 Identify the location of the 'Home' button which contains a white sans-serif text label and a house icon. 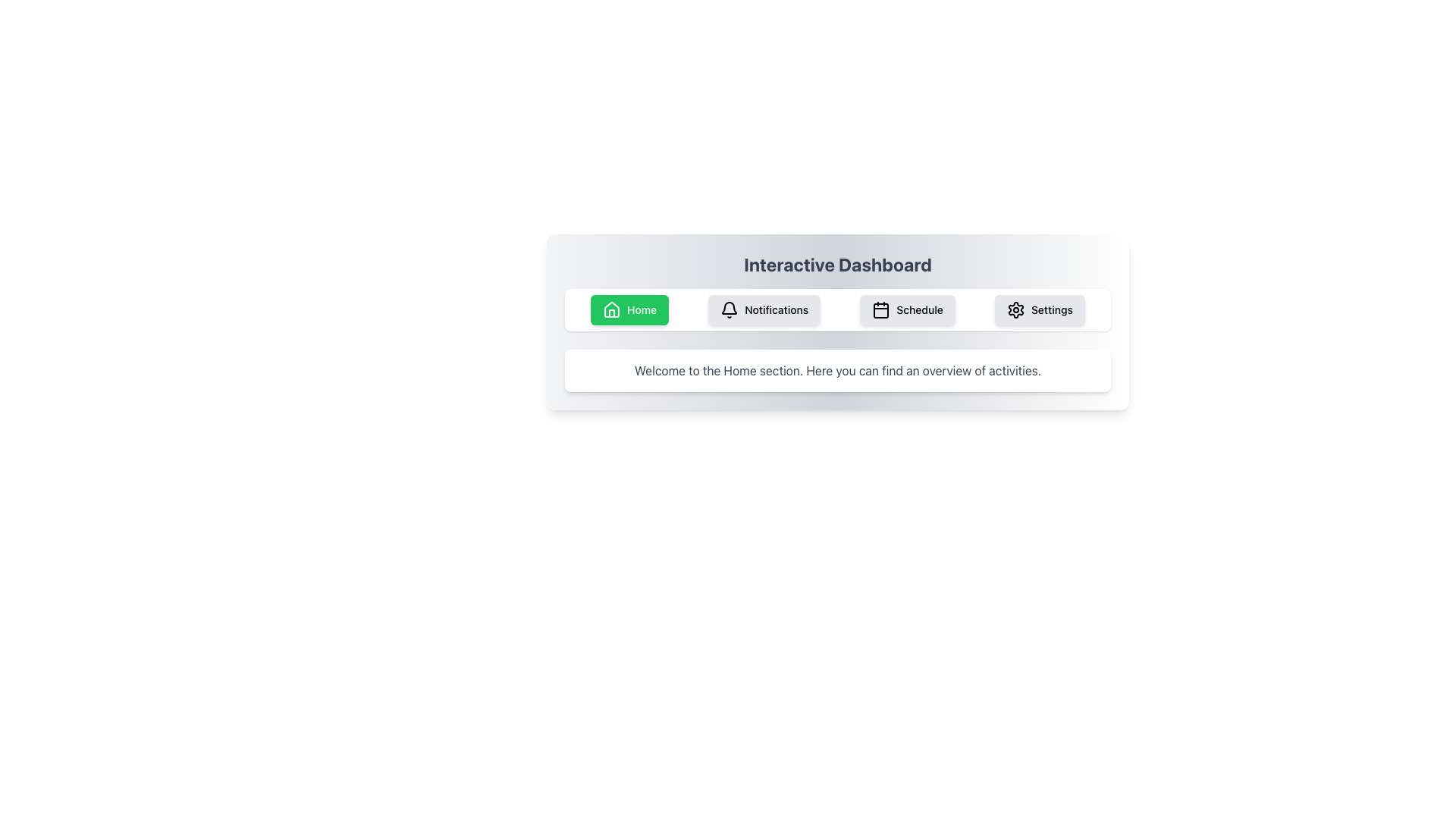
(642, 309).